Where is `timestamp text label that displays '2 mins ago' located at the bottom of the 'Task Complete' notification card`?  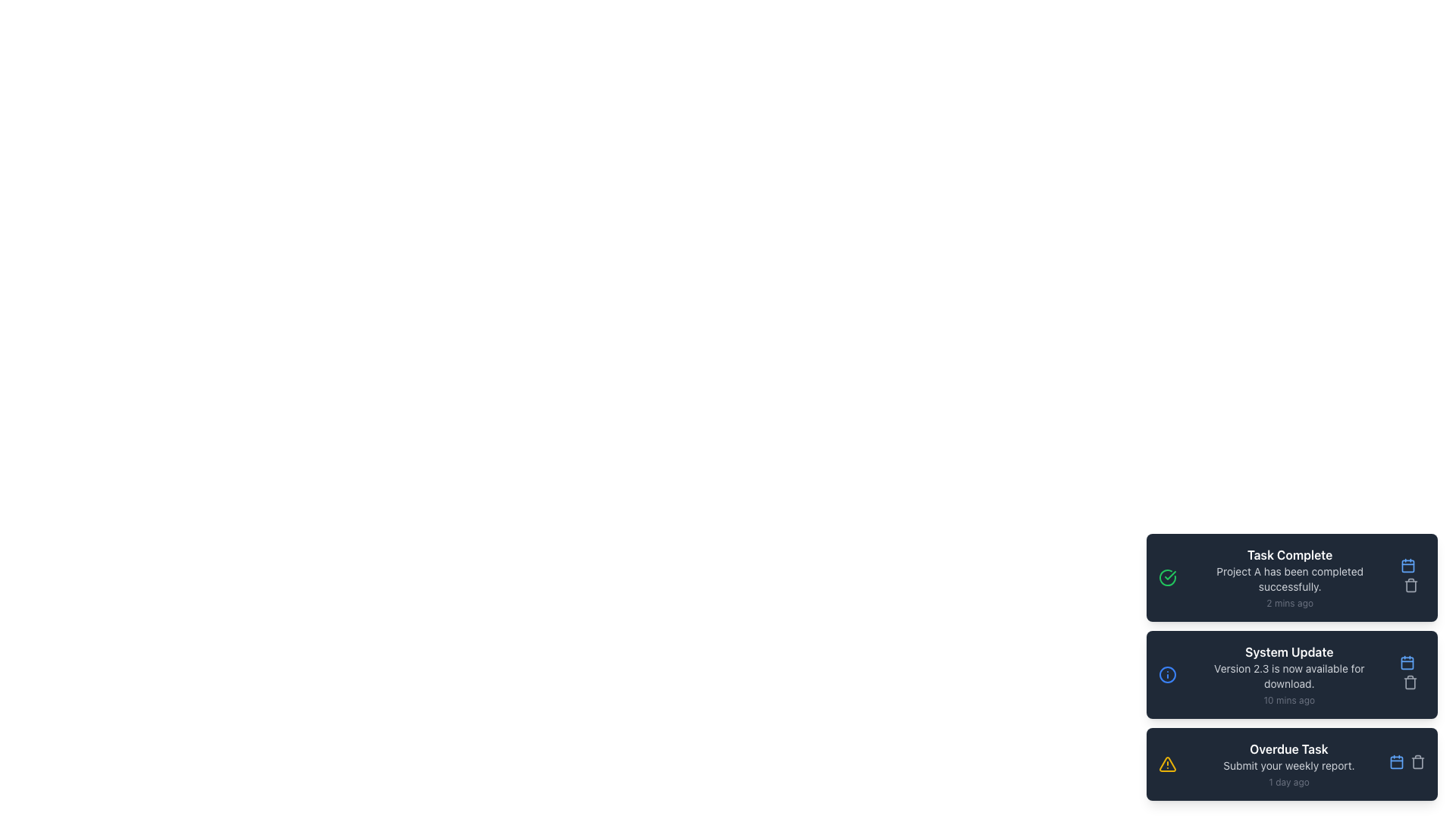
timestamp text label that displays '2 mins ago' located at the bottom of the 'Task Complete' notification card is located at coordinates (1289, 602).